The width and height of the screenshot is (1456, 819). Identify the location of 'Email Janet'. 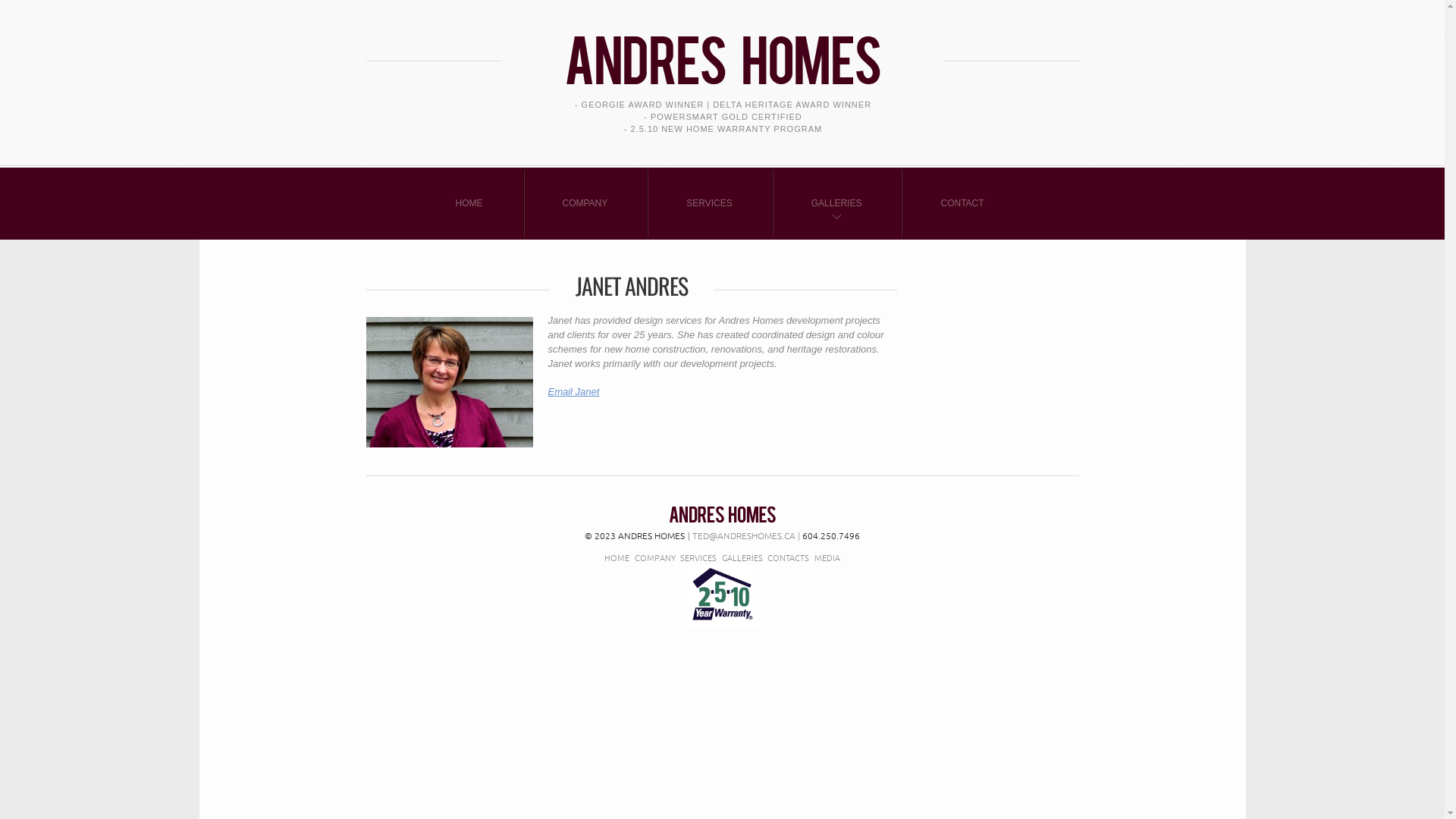
(572, 391).